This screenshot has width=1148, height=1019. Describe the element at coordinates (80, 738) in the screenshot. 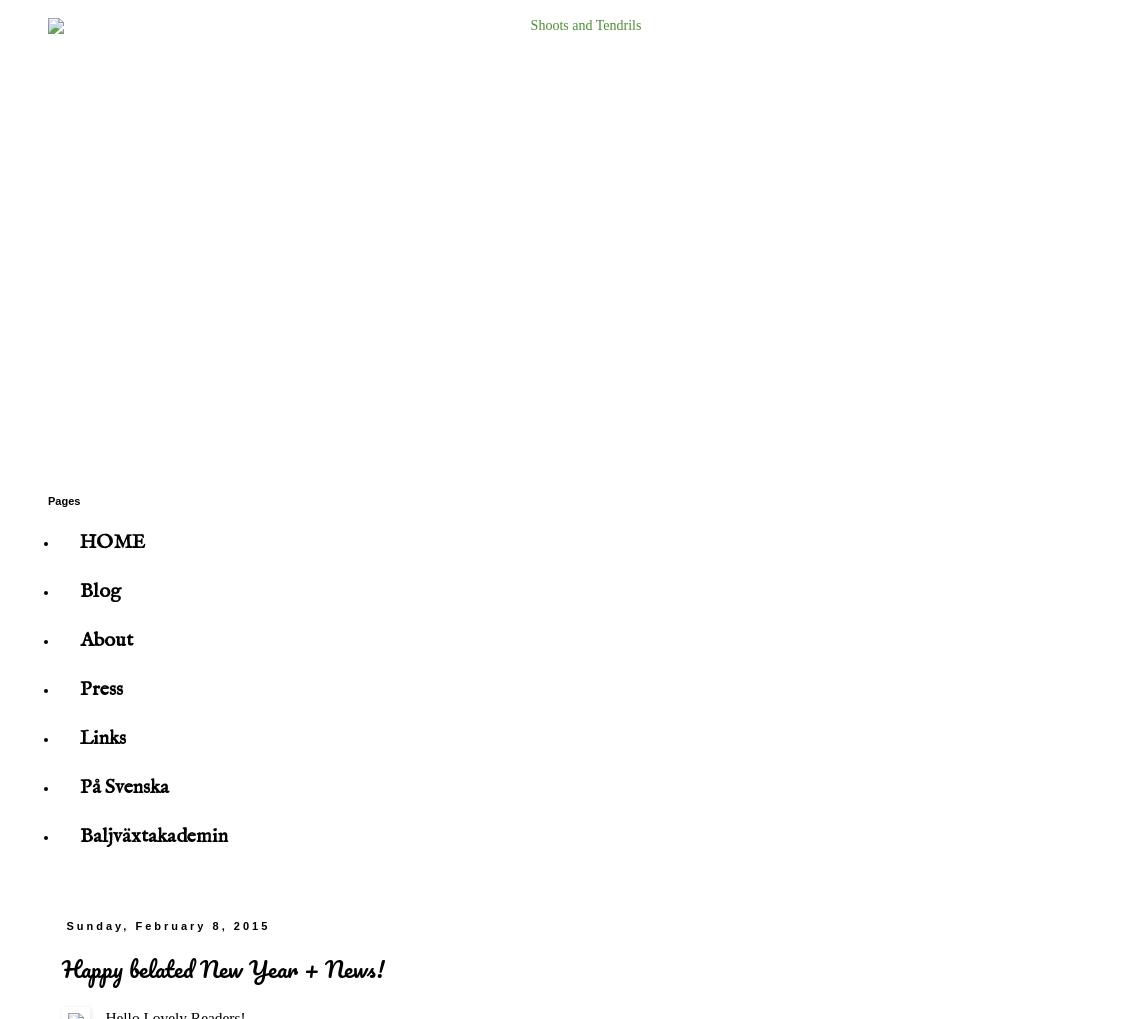

I see `'Links'` at that location.